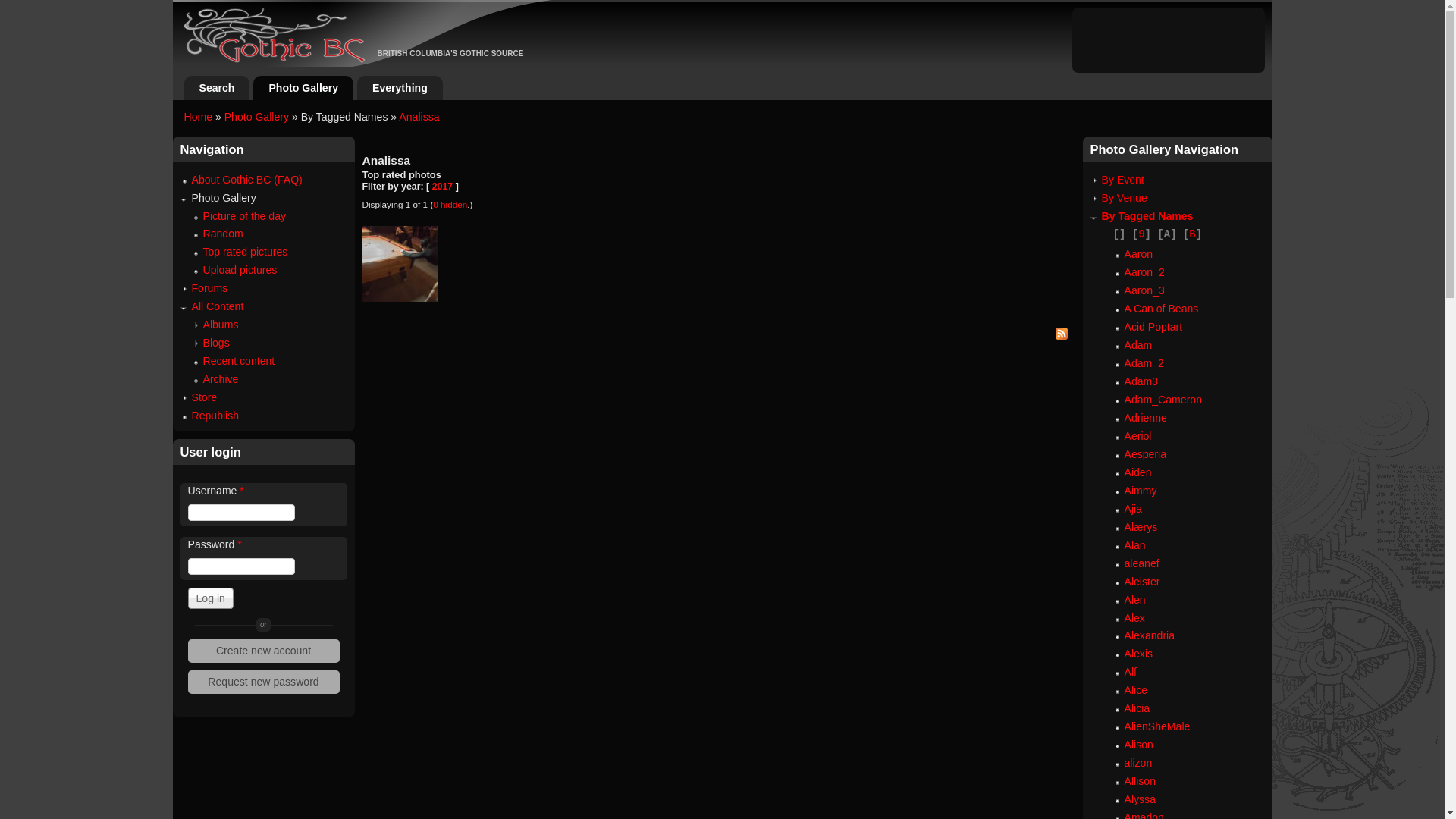 This screenshot has height=819, width=1456. I want to click on 'Search', so click(190, 87).